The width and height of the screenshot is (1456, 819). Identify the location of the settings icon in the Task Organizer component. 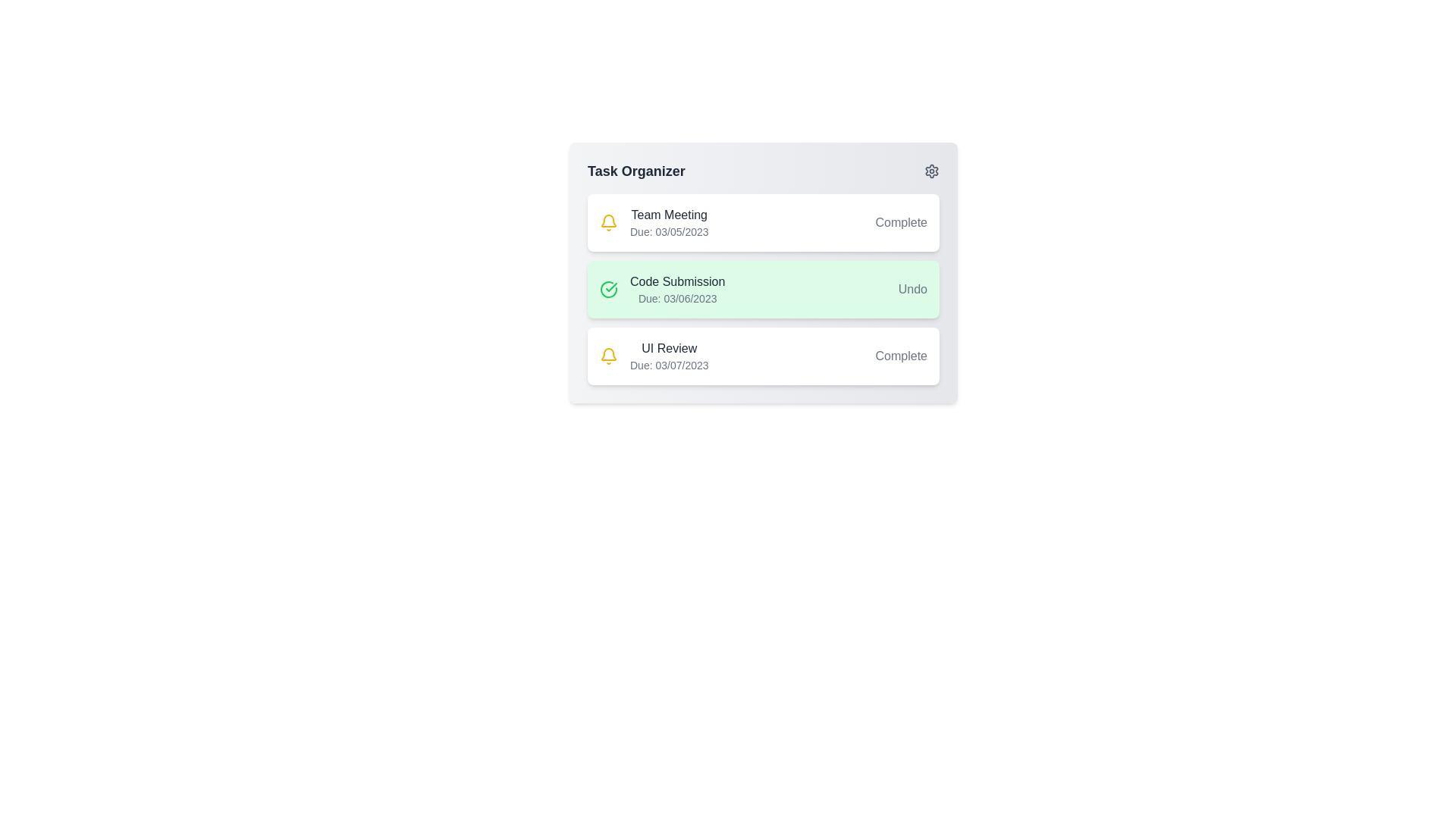
(930, 171).